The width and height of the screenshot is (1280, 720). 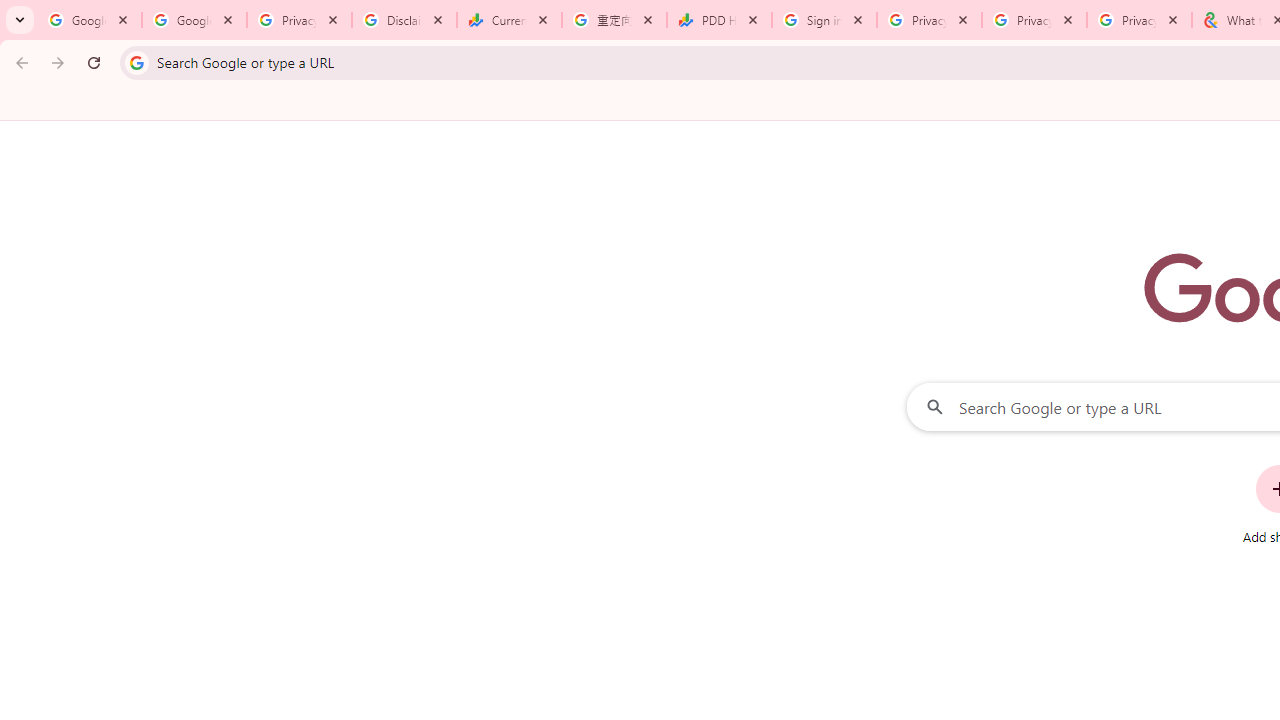 I want to click on 'Google Workspace Admin Community', so click(x=88, y=20).